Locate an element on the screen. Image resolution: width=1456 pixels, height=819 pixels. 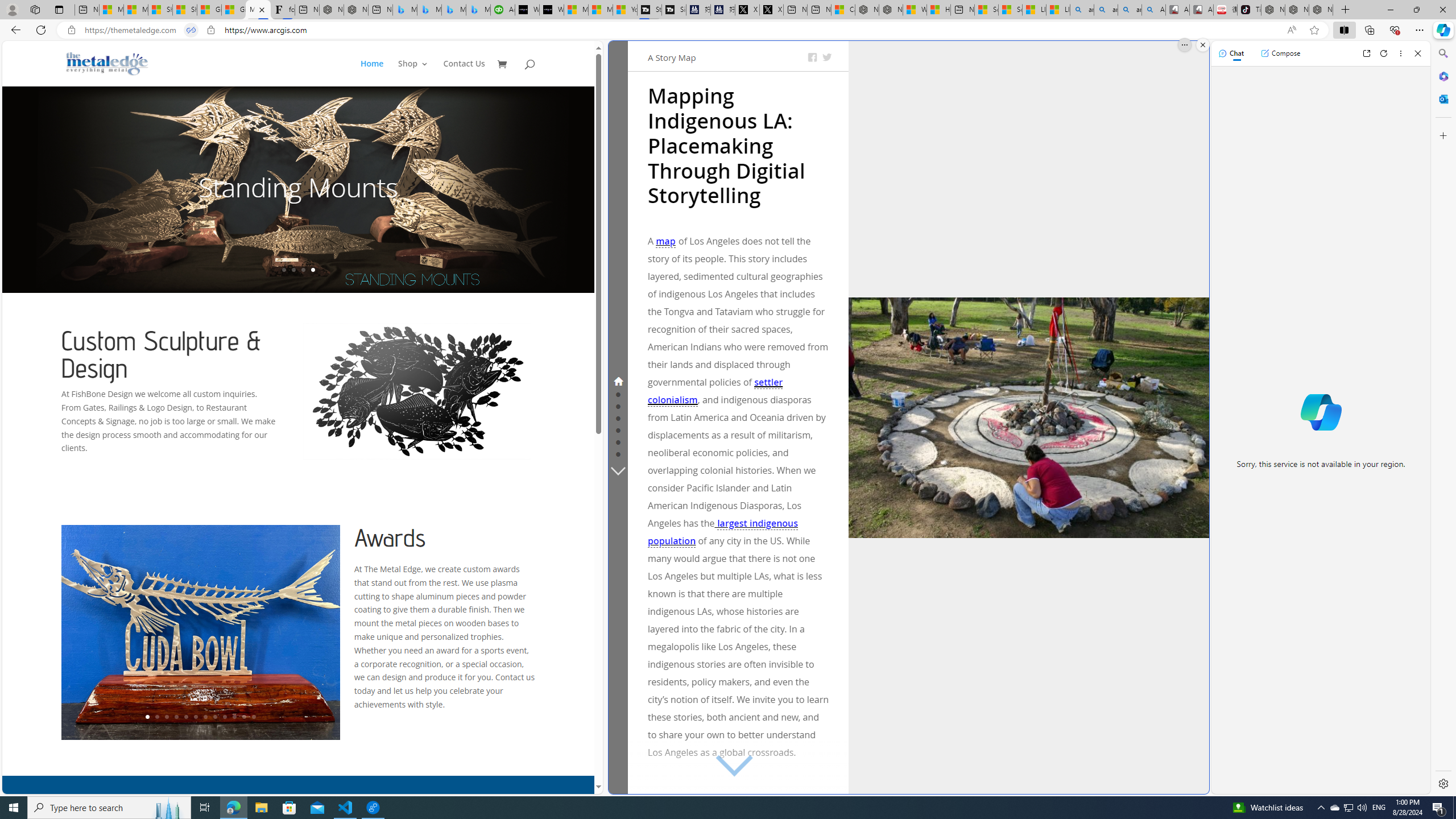
'amazon - Search' is located at coordinates (1106, 9).